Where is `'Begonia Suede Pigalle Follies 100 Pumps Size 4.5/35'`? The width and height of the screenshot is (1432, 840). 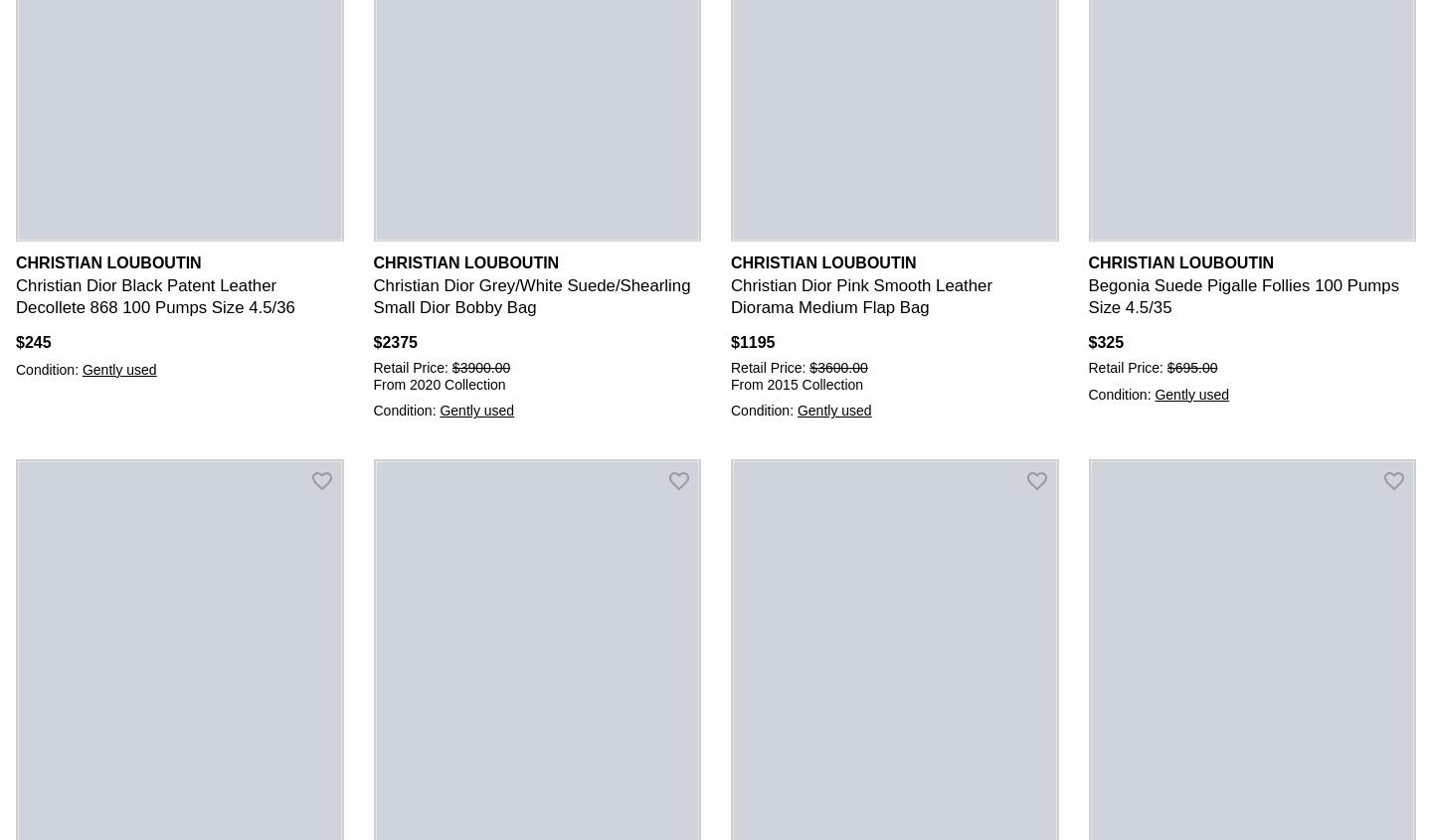 'Begonia Suede Pigalle Follies 100 Pumps Size 4.5/35' is located at coordinates (1242, 296).